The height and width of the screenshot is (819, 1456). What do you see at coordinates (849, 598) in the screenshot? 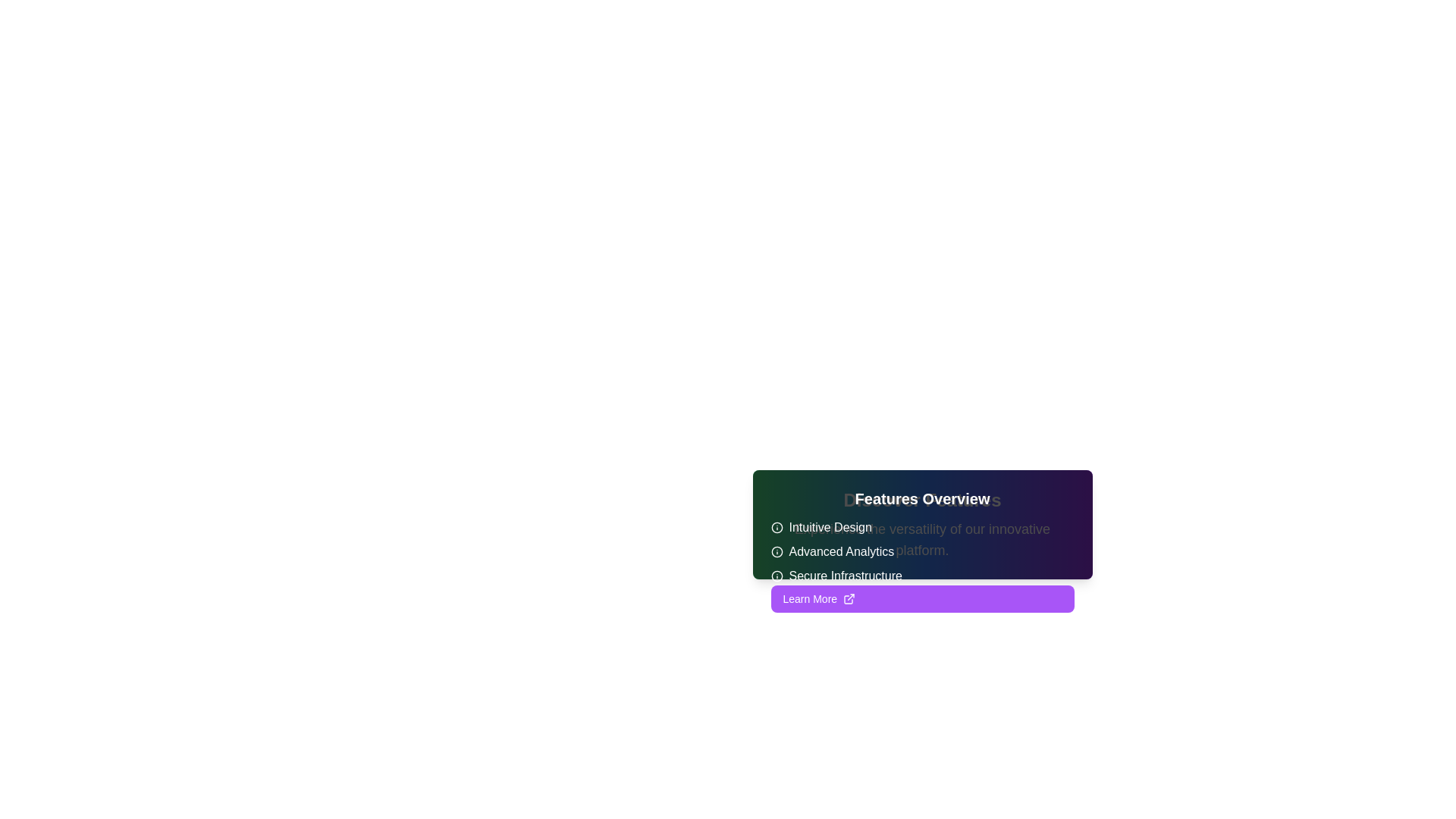
I see `the outlined link icon located to the right of the 'Learn More' button, which is prominently styled in purple with white text` at bounding box center [849, 598].